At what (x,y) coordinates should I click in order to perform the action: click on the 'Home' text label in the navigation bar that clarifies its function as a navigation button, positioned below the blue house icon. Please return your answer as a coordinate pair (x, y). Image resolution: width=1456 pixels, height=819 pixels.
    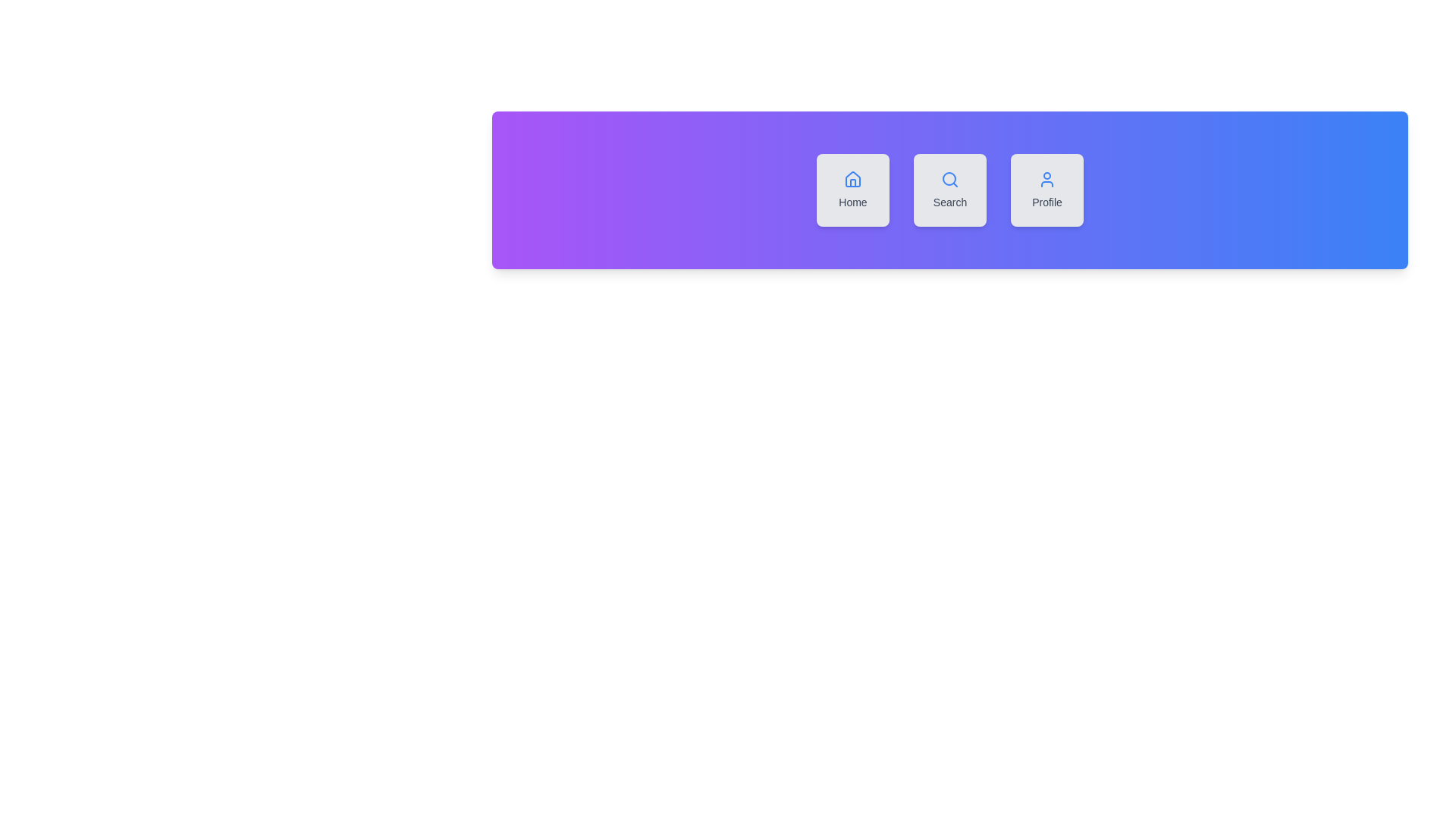
    Looking at the image, I should click on (852, 201).